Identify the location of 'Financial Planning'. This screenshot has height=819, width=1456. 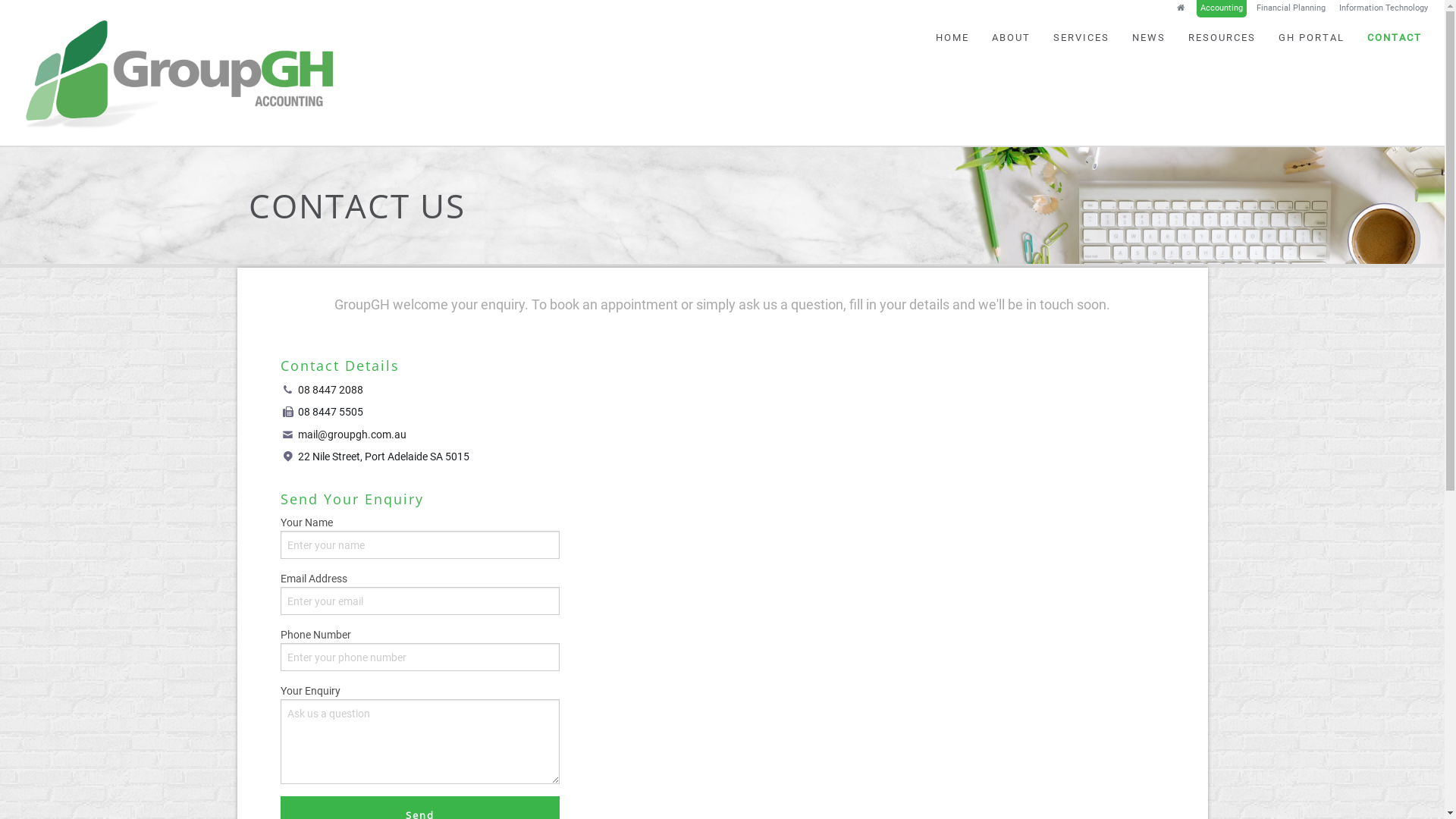
(1290, 8).